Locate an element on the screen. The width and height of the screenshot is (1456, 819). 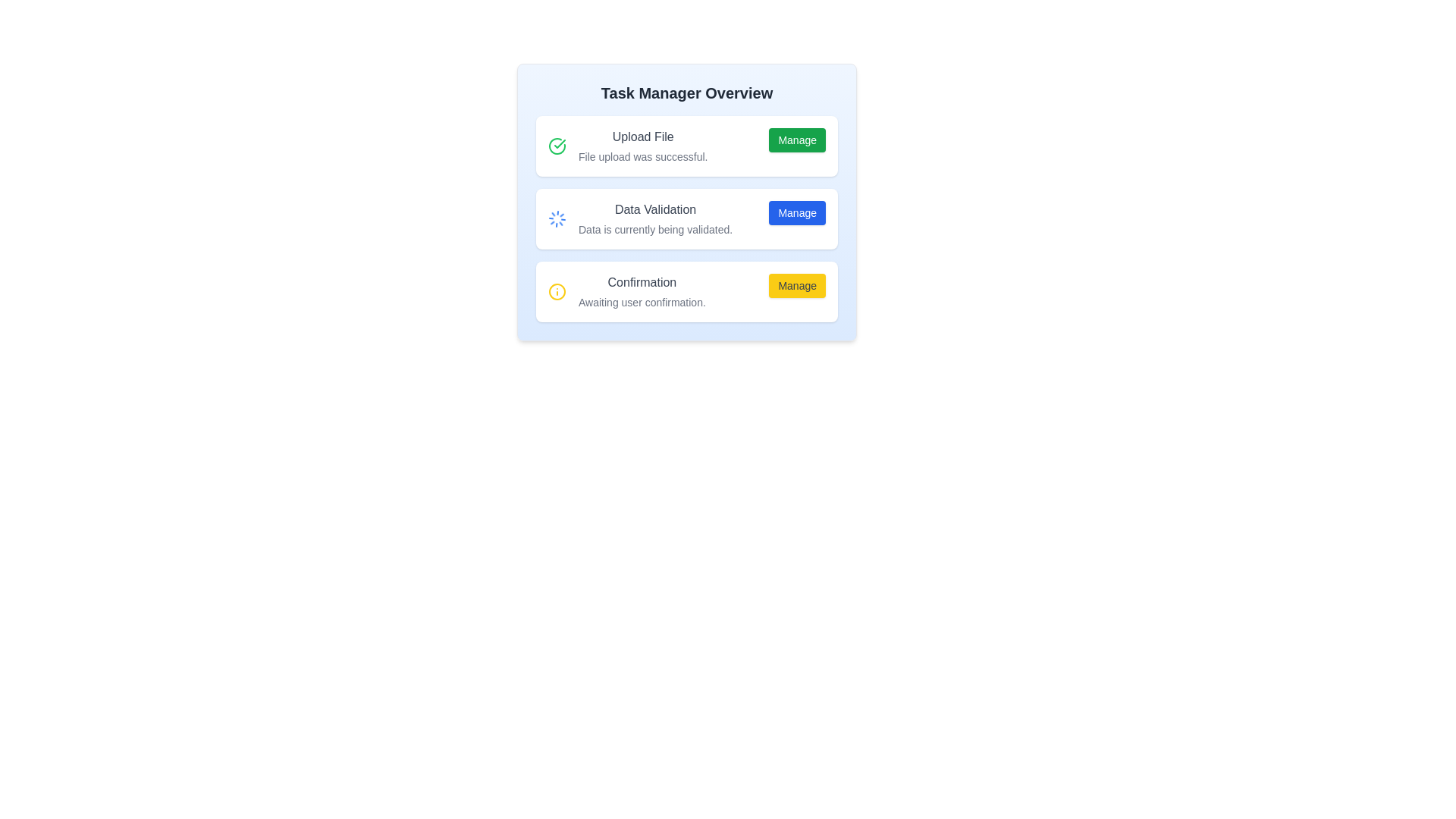
the Informational Text Block indicating that a confirmation is awaited for a task or process, which is located in the third row of the 'Task Manager Overview' section, above the yellow 'Manage' button is located at coordinates (626, 292).